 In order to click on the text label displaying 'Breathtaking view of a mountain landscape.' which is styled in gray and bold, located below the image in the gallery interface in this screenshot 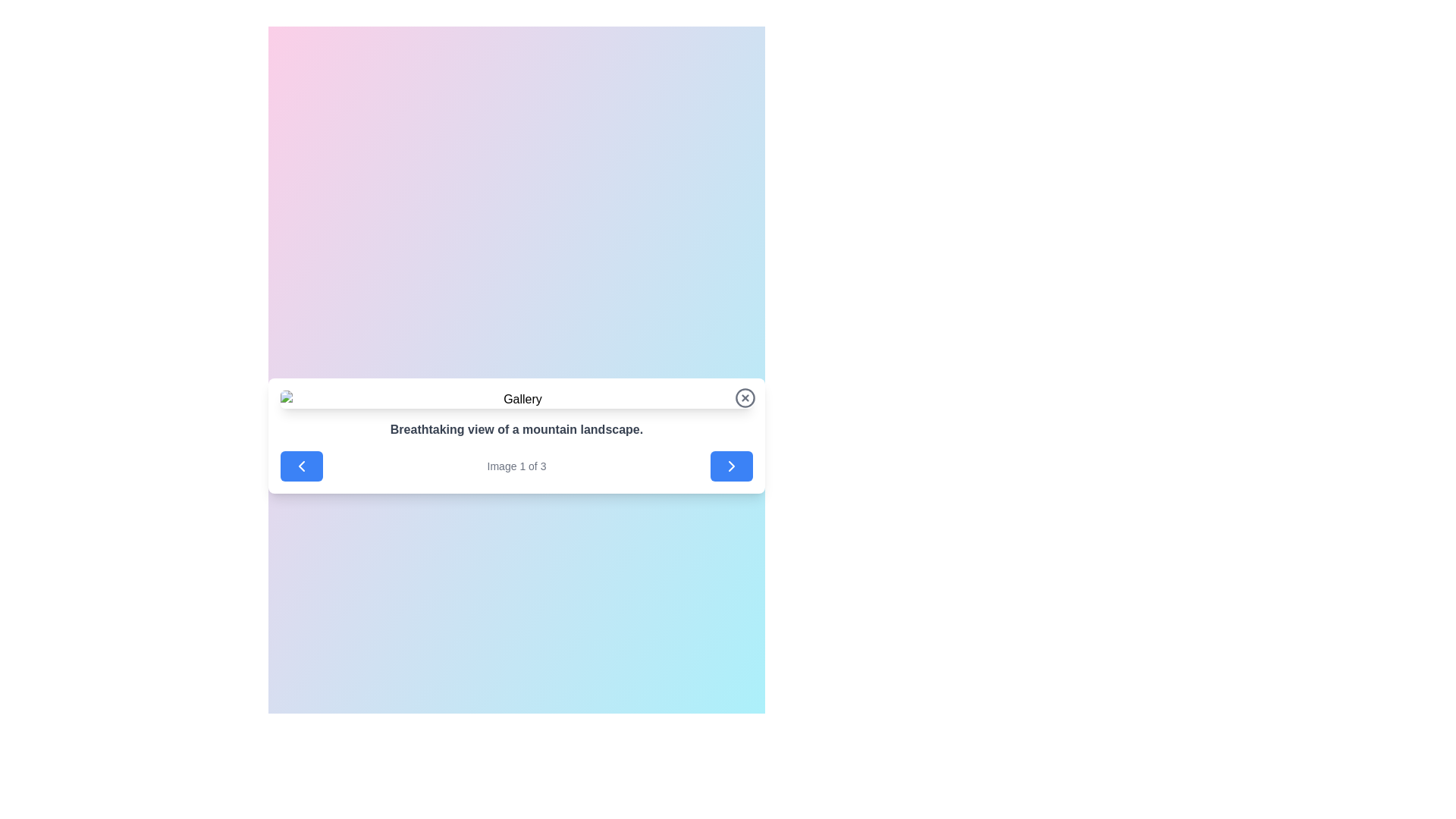, I will do `click(516, 430)`.